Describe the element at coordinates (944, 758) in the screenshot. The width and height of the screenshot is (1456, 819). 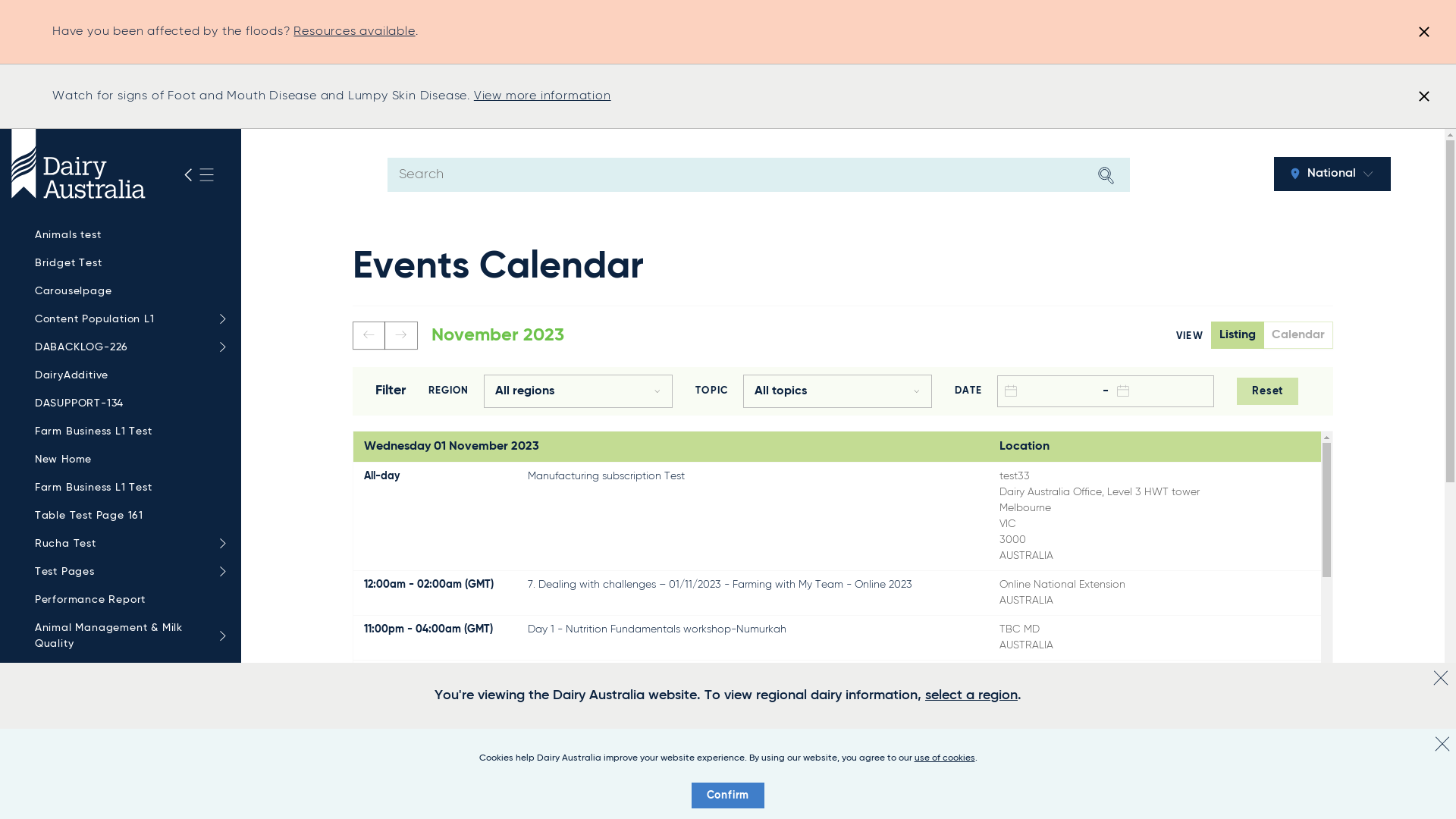
I see `'use of cookies'` at that location.